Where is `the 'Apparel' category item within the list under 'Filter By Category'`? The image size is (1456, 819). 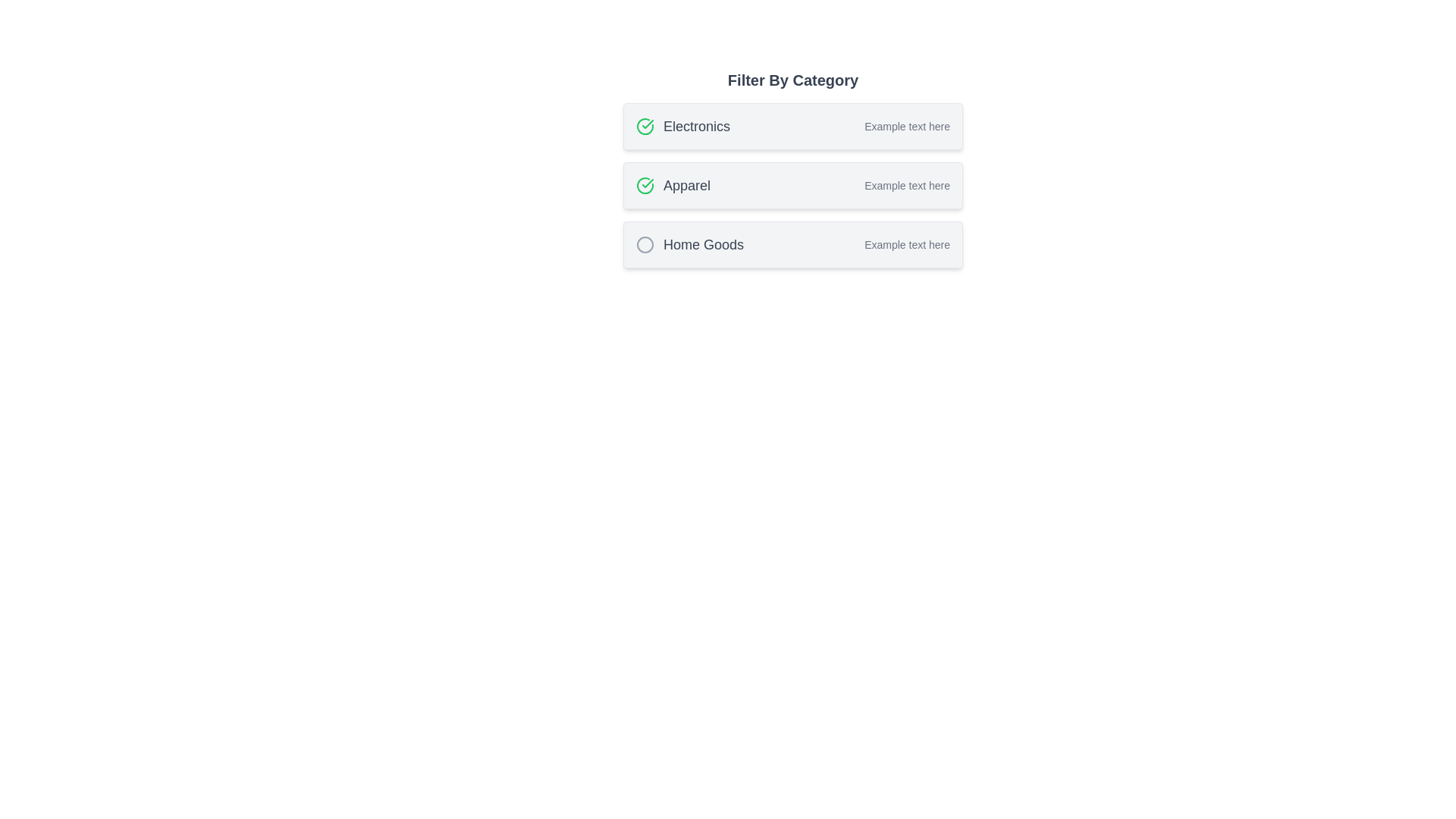
the 'Apparel' category item within the list under 'Filter By Category' is located at coordinates (792, 185).